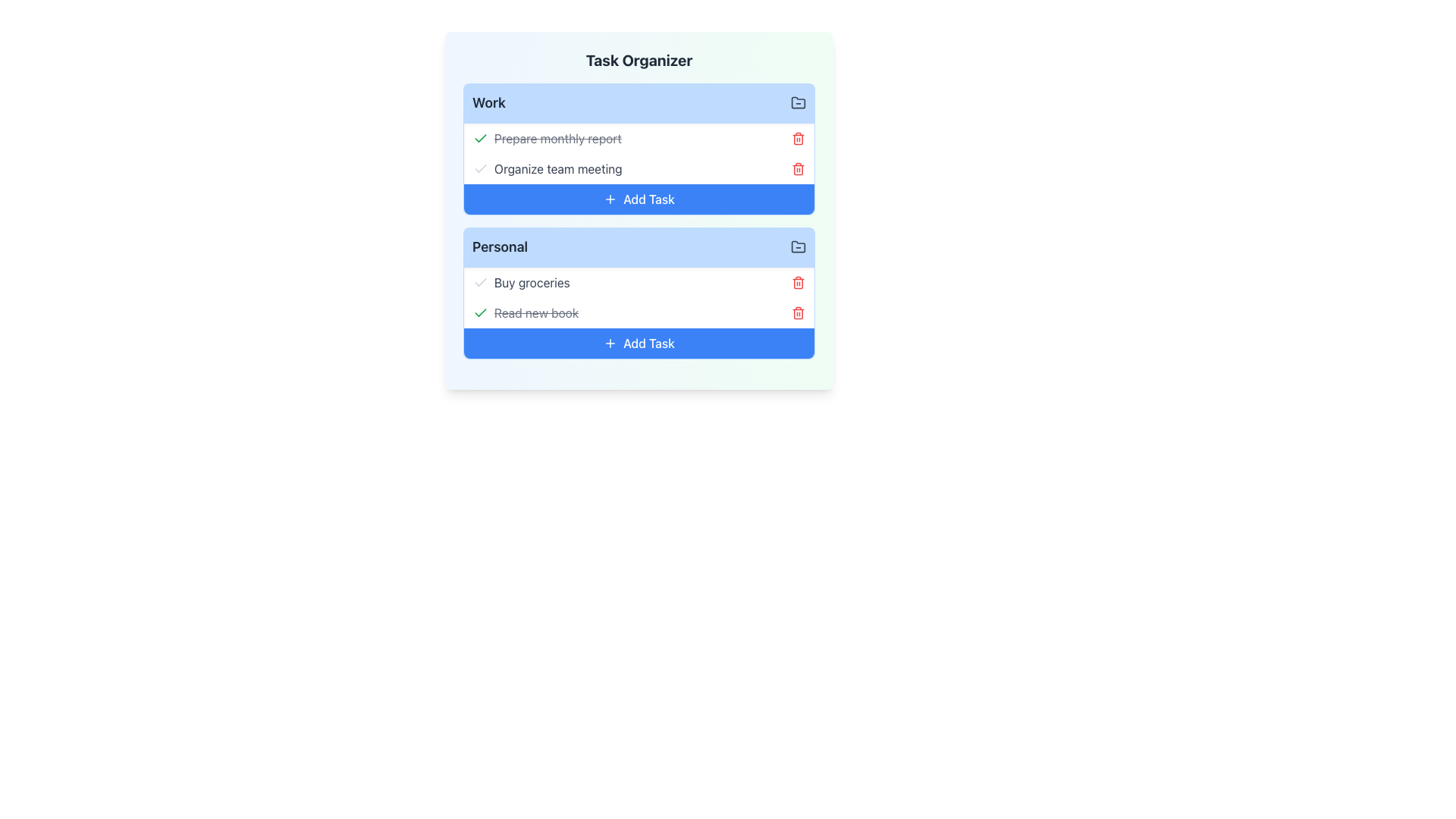 The width and height of the screenshot is (1456, 819). I want to click on the static text label representing a task in the 'Personal' list of the task organizer, located under the 'Task Organizer' heading and to the right of the checkmark icon, so click(532, 283).